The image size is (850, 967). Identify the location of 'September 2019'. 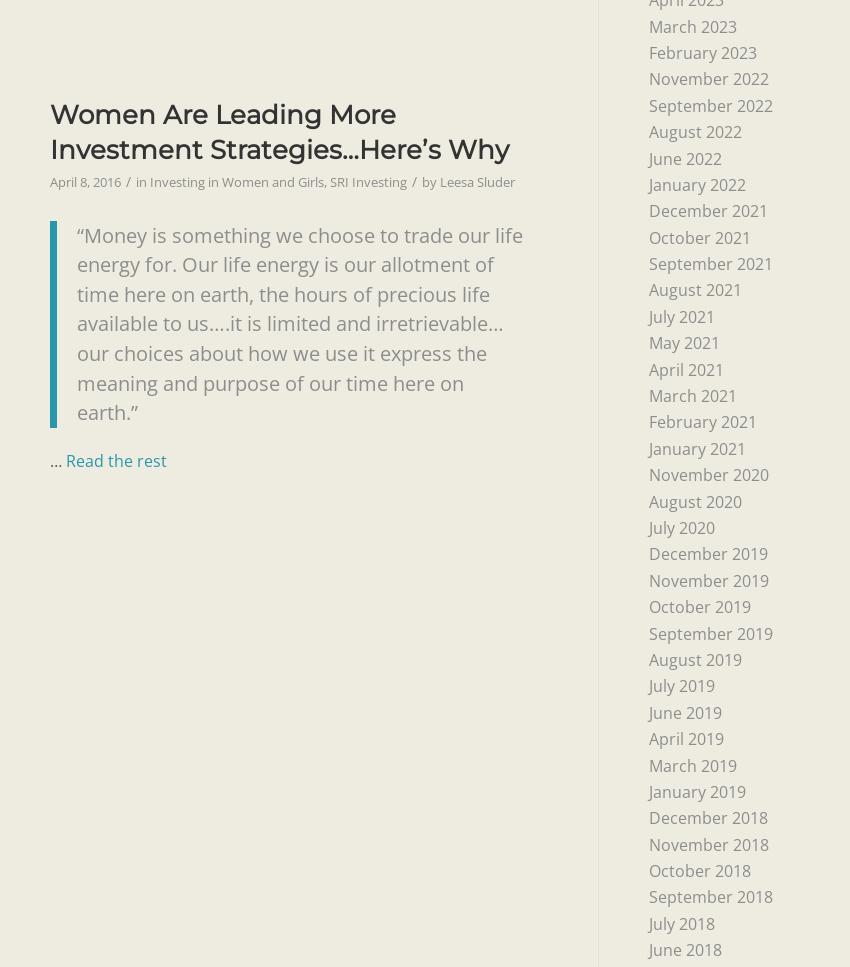
(709, 632).